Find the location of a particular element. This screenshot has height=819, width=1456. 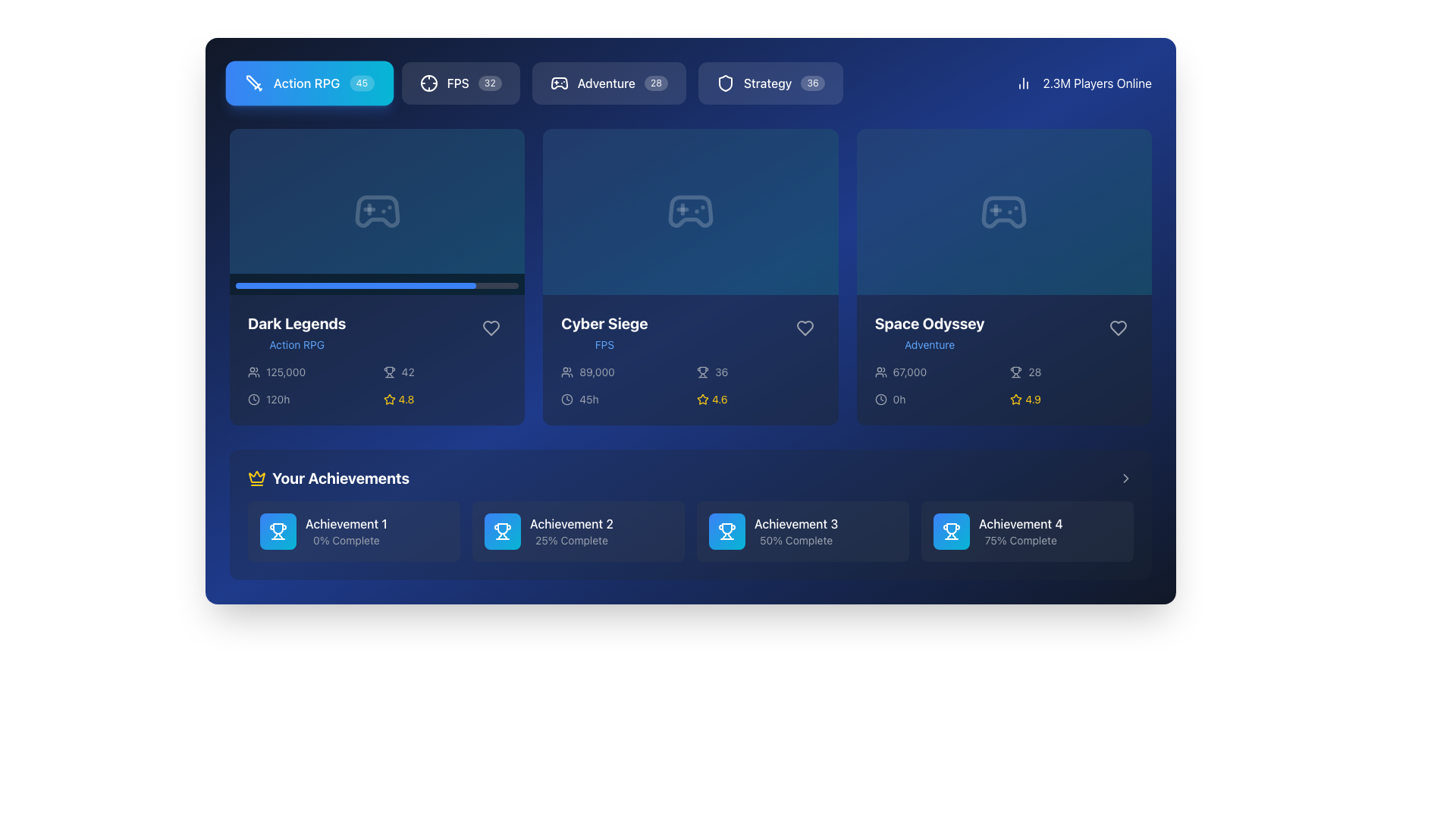

the 'Cyber Siege' text label element, which displays the title in bold, white typeface on a dark blue background, located within the second card of game information panels is located at coordinates (604, 323).